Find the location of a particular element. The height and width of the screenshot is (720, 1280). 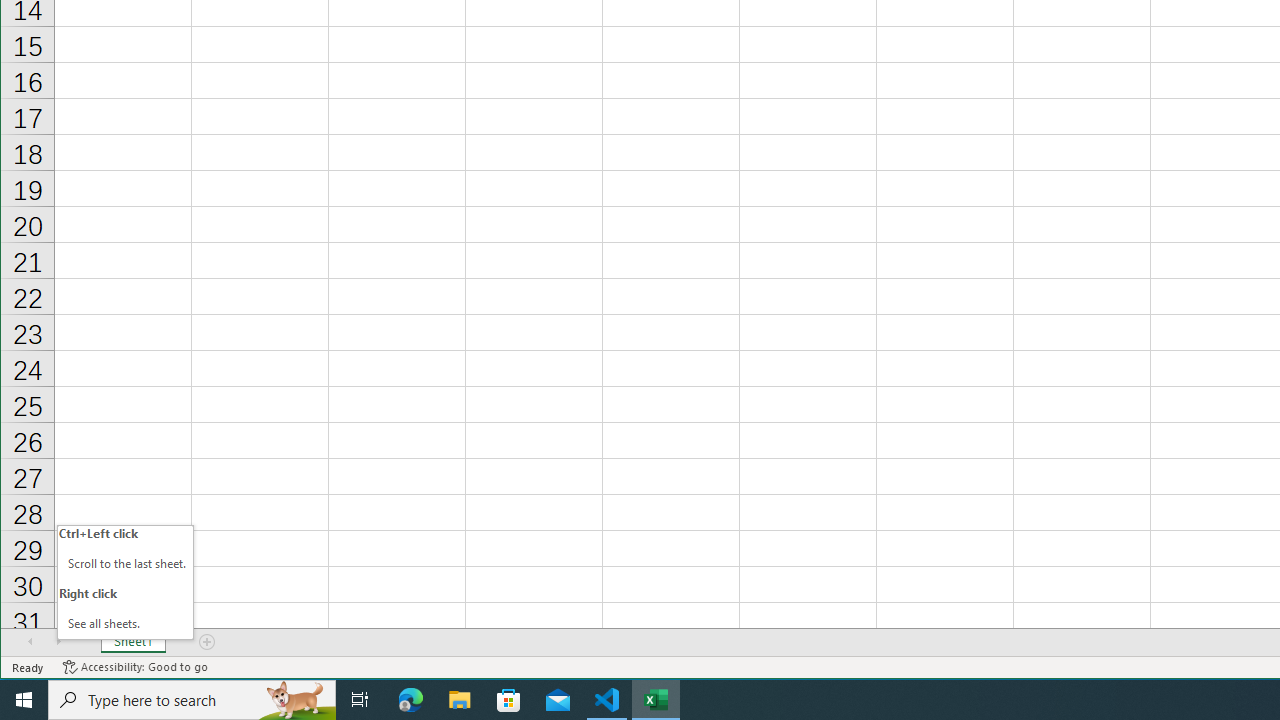

'Excel - 1 running window' is located at coordinates (656, 698).